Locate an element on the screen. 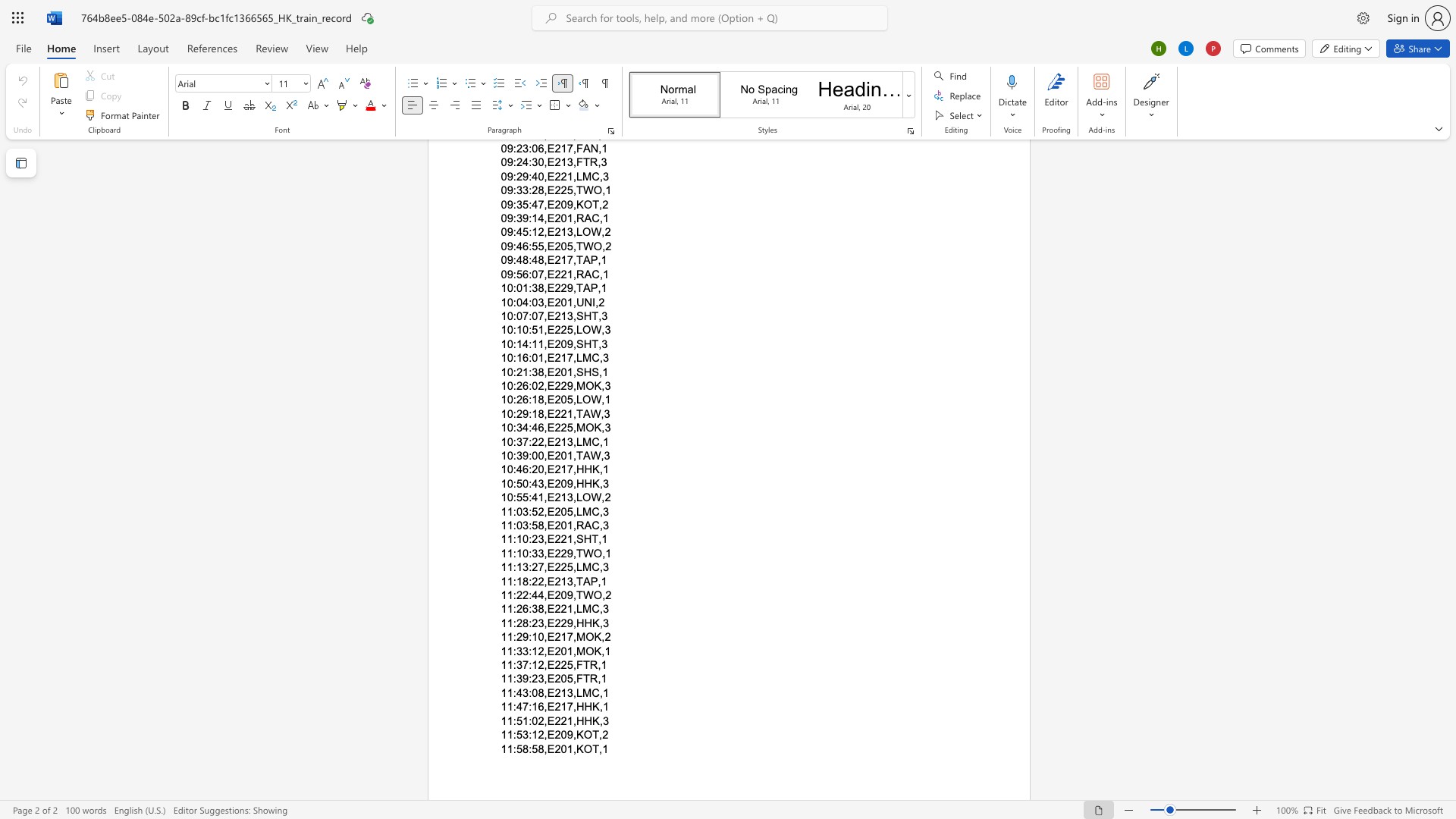 Image resolution: width=1456 pixels, height=819 pixels. the subset text ",E20" within the text "10:50:43,E209,HHK,3" is located at coordinates (544, 483).